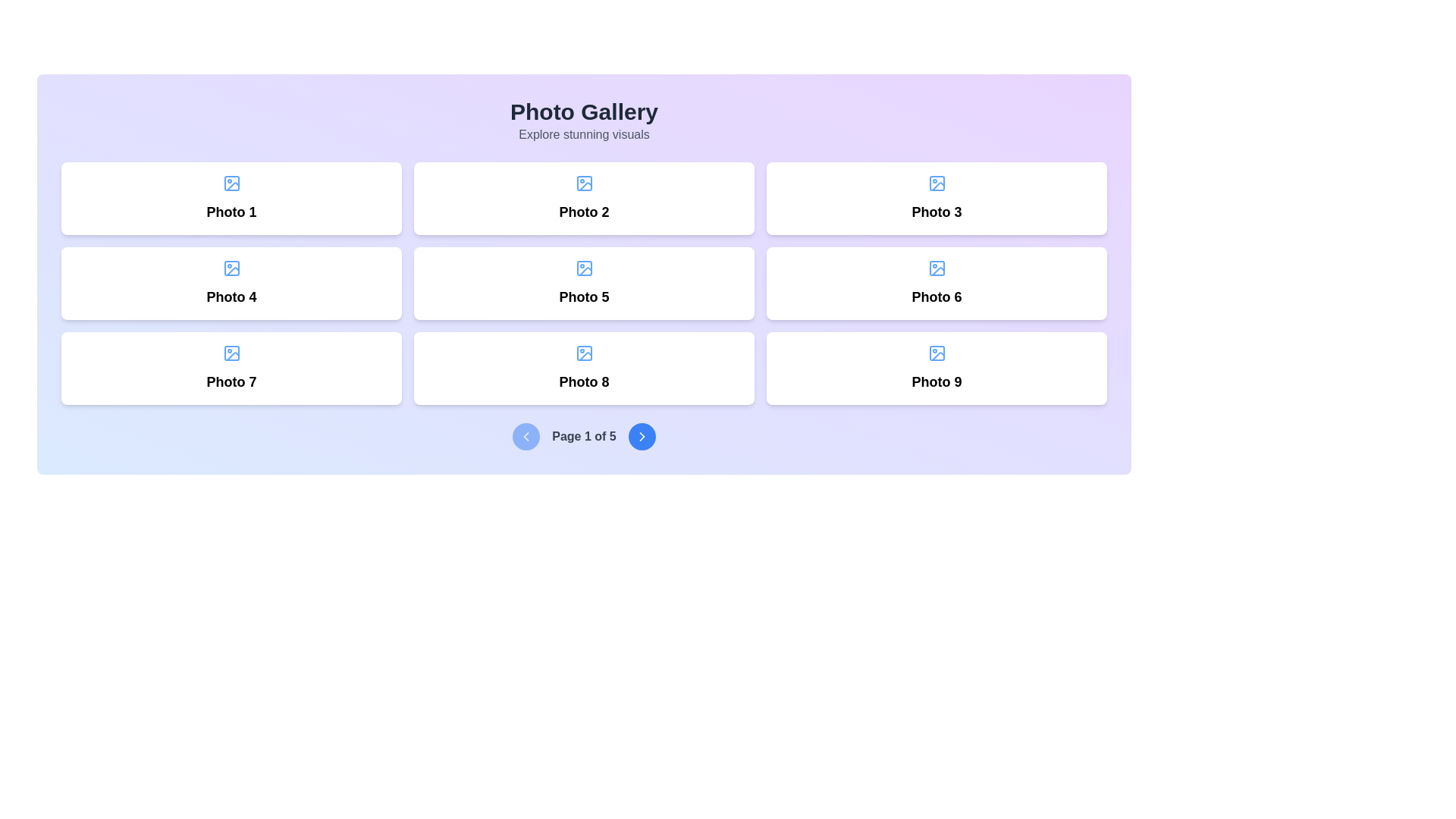  I want to click on text label that identifies the photo in the second column of the second row in the three-by-three grid of thumbnails, so click(231, 297).